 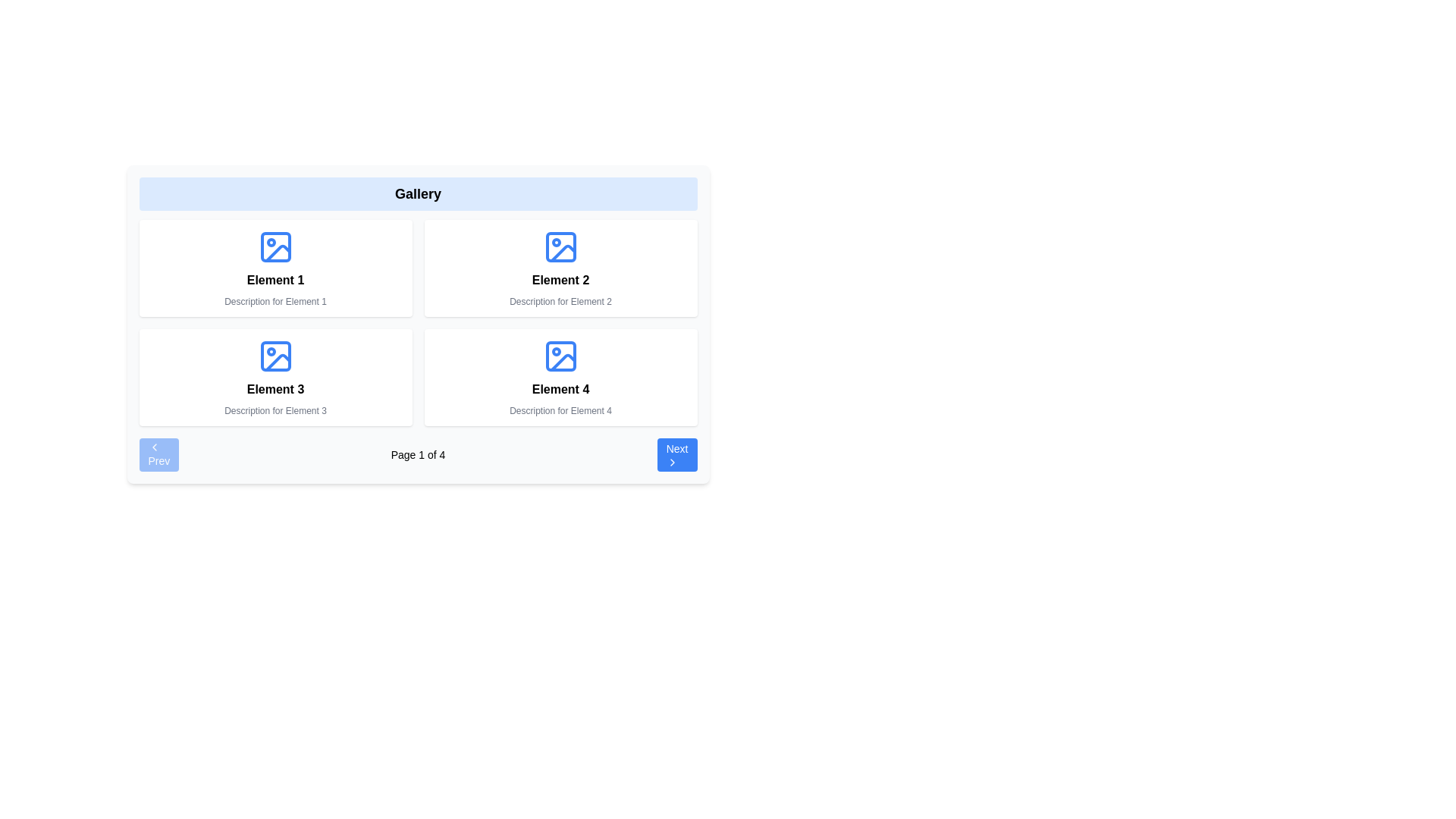 I want to click on the text component displaying 'Description for Element 2', which is located directly below the label 'Element 2' in the second content card of the top row in a grid layout, so click(x=560, y=301).